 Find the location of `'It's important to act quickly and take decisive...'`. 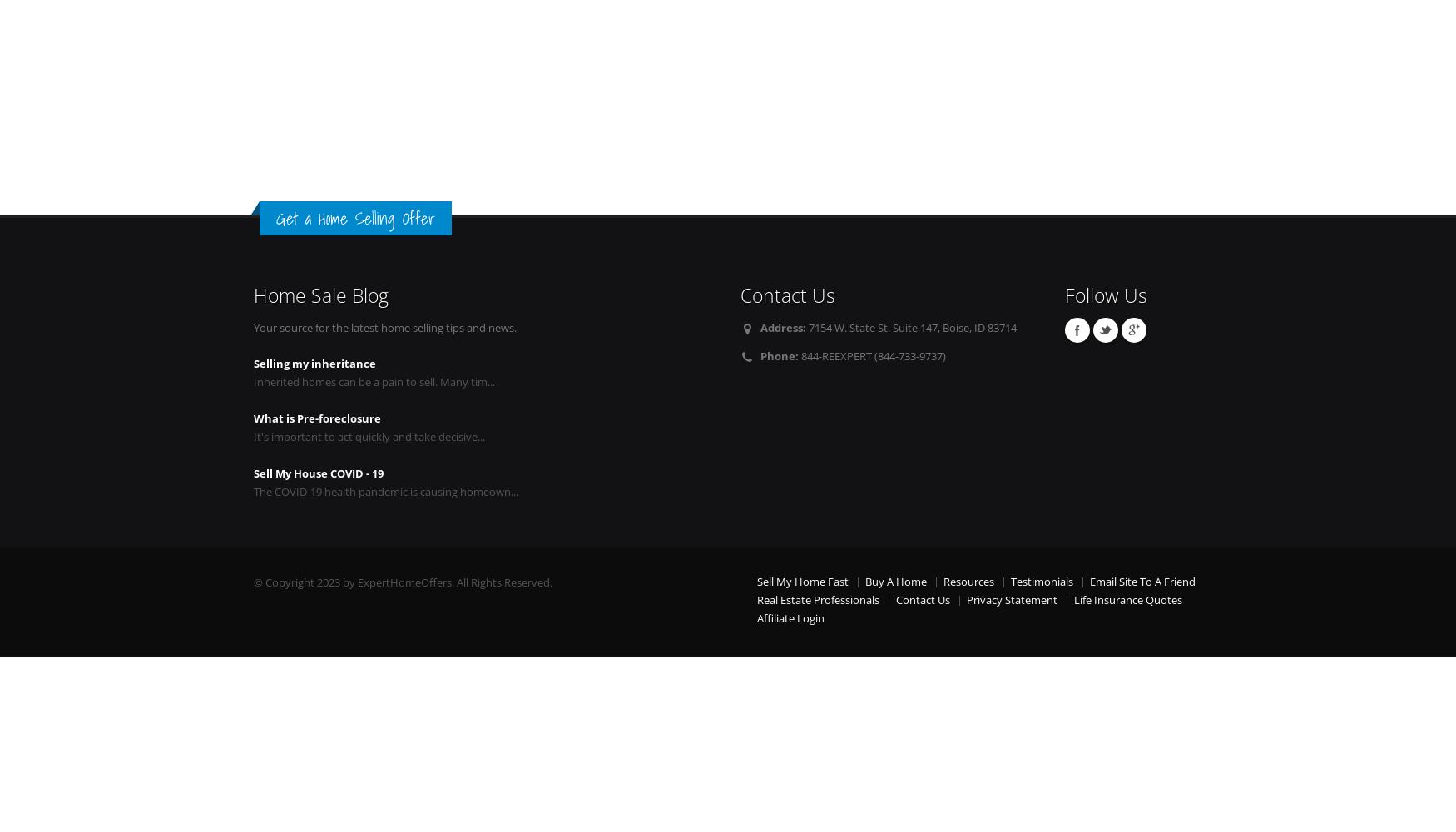

'It's important to act quickly and take decisive...' is located at coordinates (369, 437).